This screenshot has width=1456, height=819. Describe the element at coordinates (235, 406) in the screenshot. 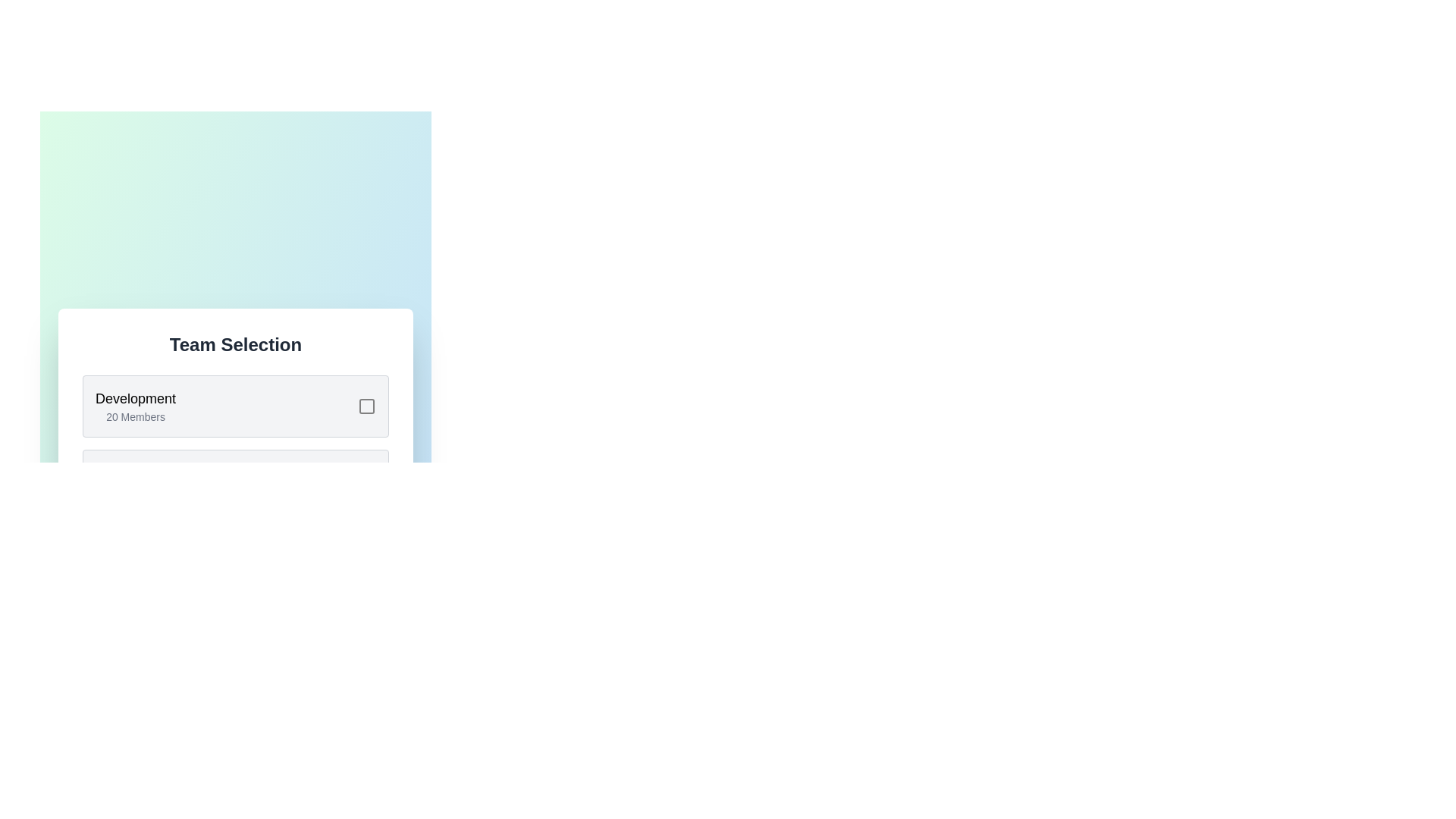

I see `the team card for Development to observe the hover effect` at that location.